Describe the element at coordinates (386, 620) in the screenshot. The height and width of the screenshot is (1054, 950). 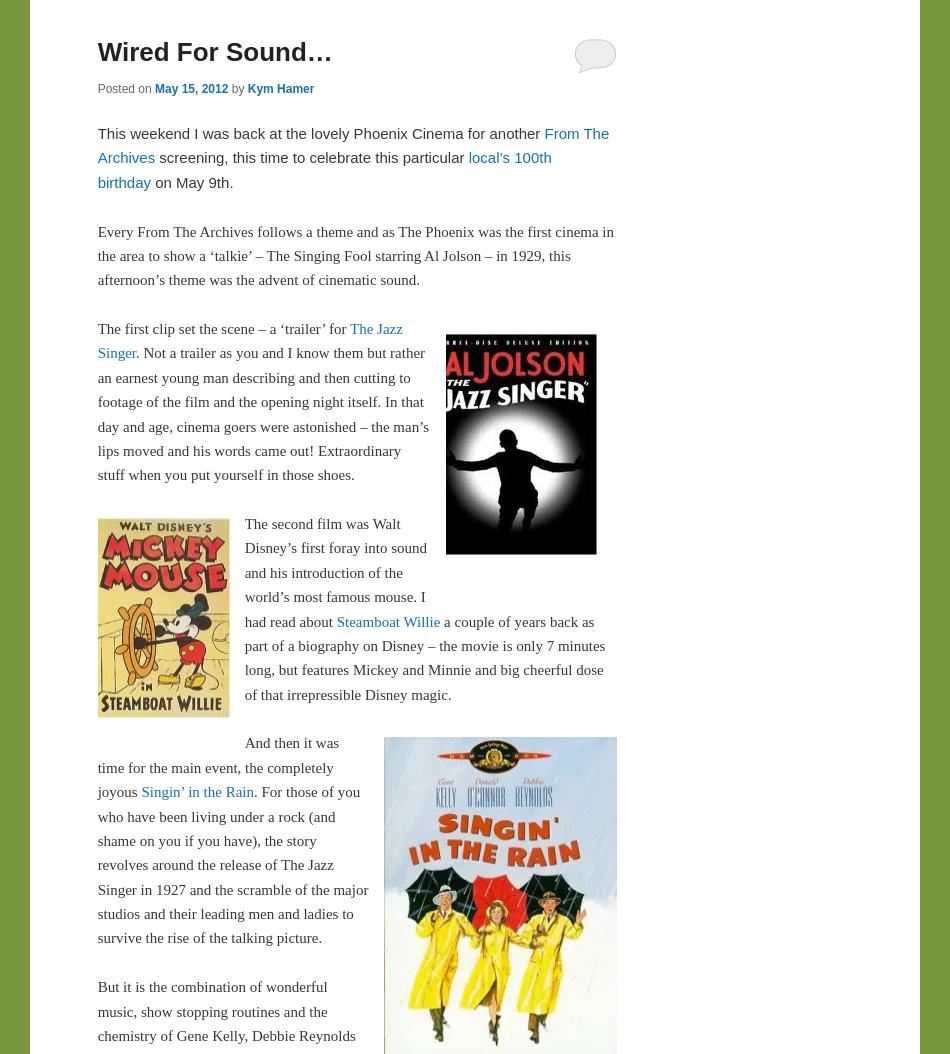
I see `'Steamboat Willie'` at that location.